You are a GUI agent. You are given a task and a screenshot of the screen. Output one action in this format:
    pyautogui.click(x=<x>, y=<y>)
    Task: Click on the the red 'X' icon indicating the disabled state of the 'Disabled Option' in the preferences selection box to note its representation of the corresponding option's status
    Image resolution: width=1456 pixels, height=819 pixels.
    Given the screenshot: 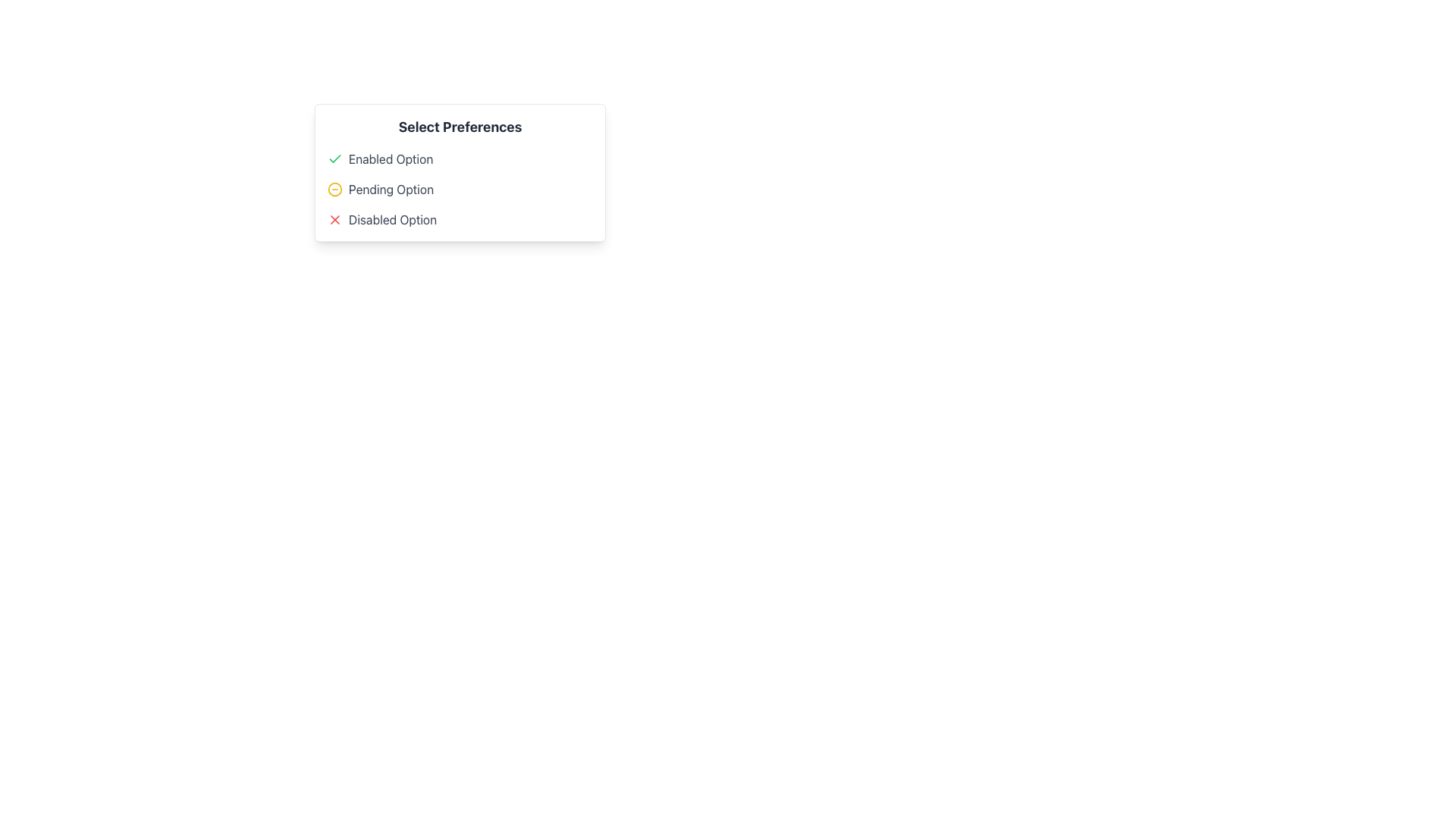 What is the action you would take?
    pyautogui.click(x=334, y=219)
    